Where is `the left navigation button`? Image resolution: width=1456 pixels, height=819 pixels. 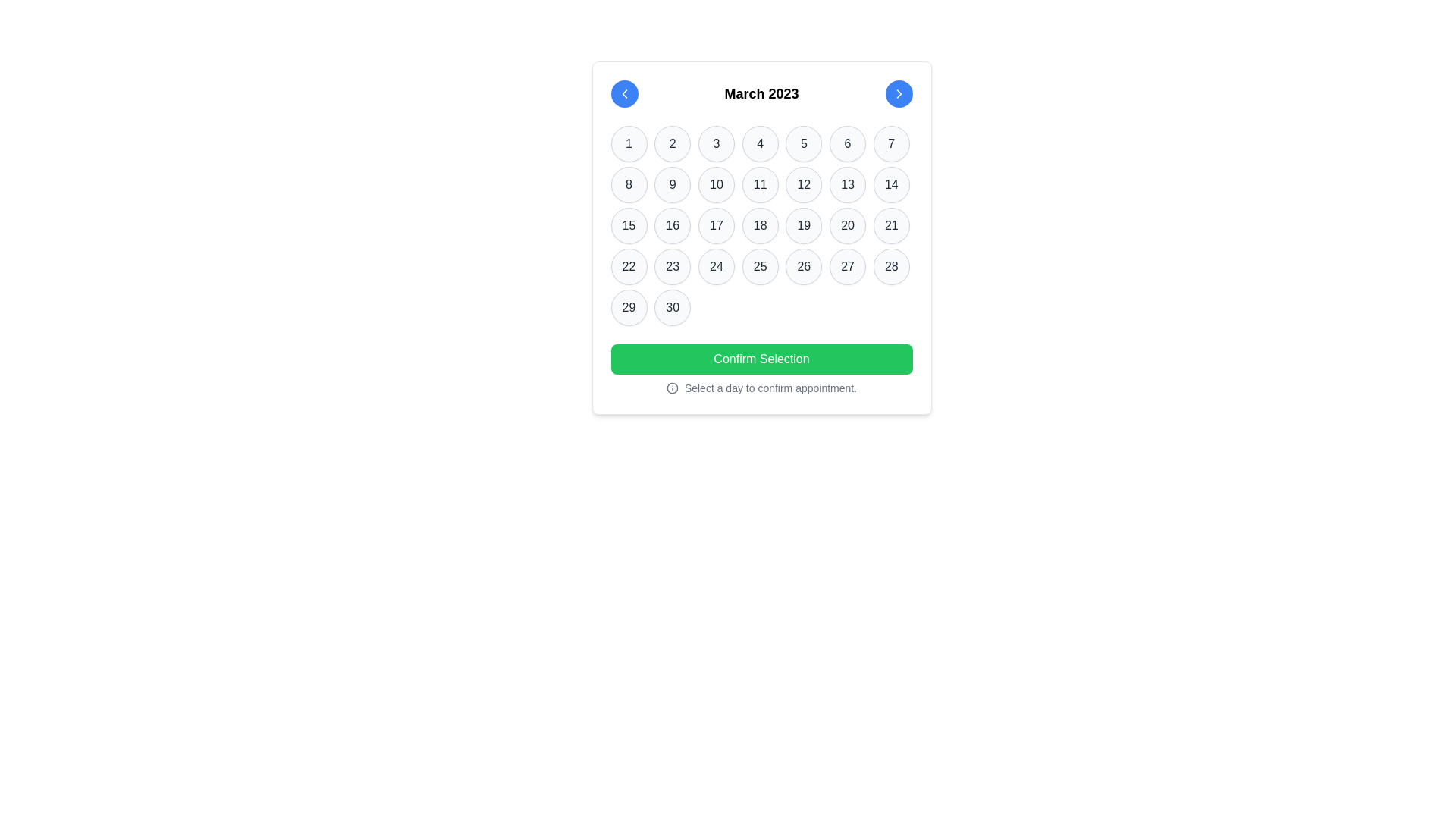
the left navigation button is located at coordinates (624, 93).